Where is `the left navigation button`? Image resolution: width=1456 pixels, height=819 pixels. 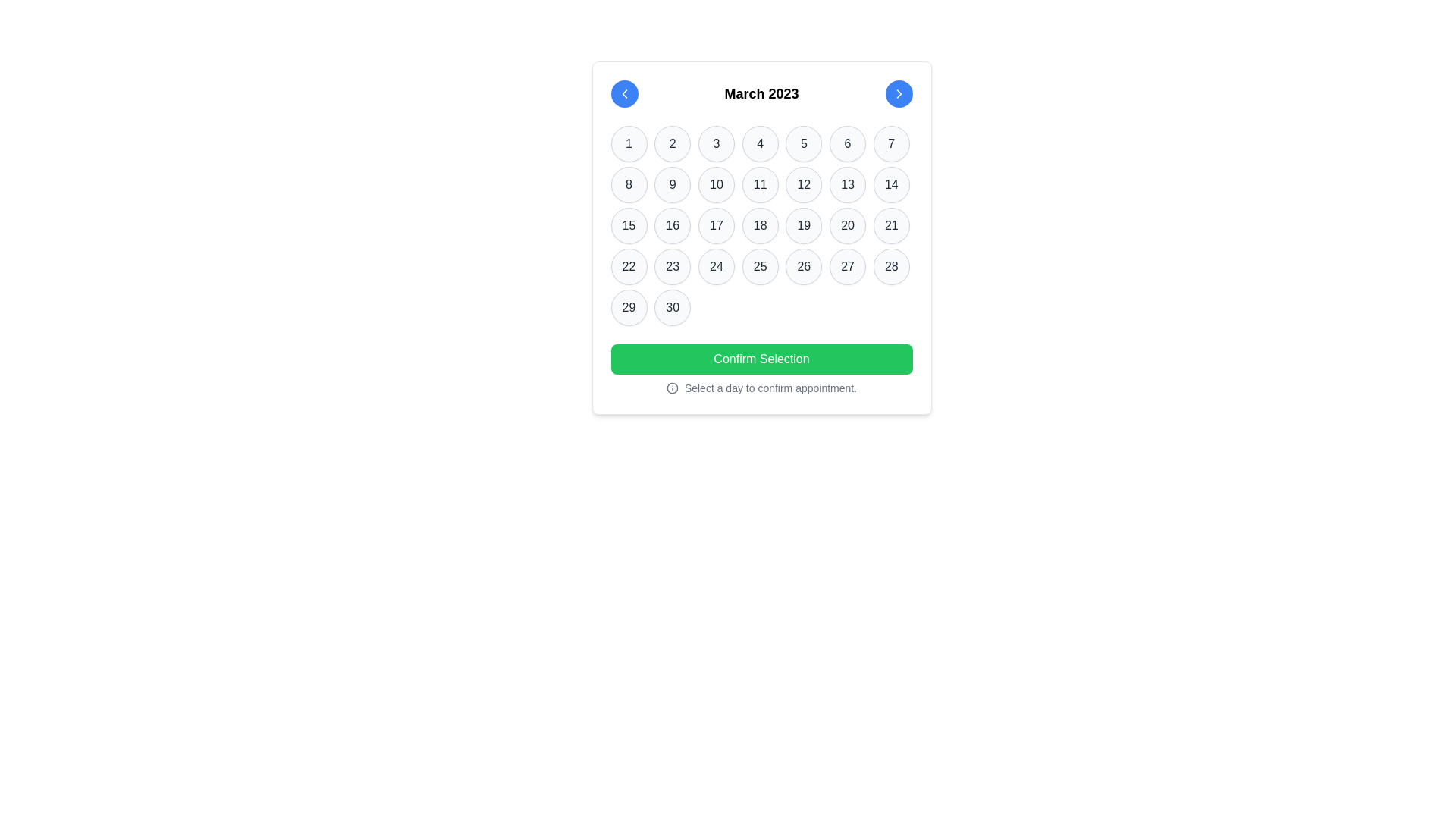
the left navigation button is located at coordinates (624, 93).